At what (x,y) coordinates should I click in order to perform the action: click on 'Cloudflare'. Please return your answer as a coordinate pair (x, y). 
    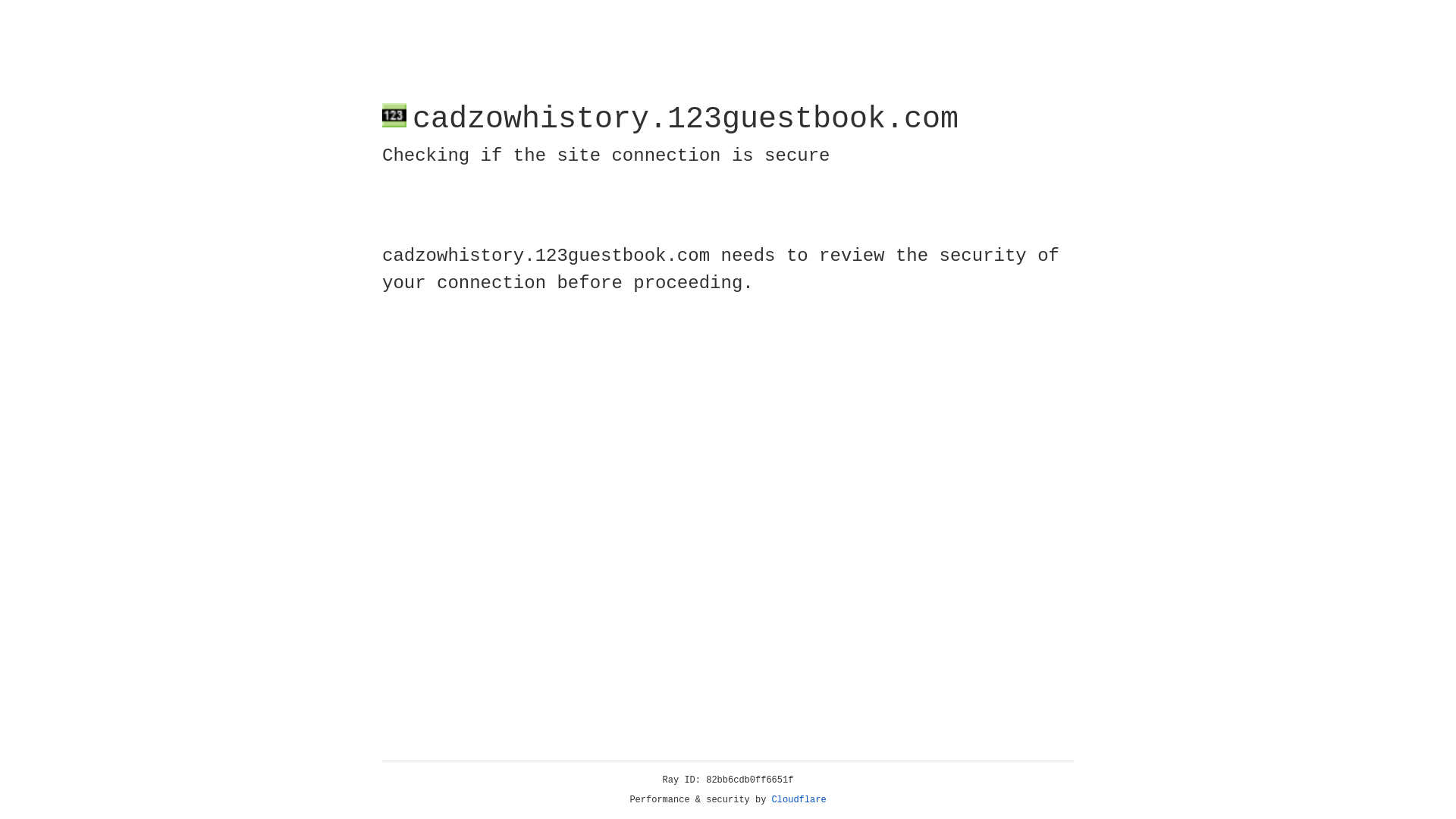
    Looking at the image, I should click on (799, 799).